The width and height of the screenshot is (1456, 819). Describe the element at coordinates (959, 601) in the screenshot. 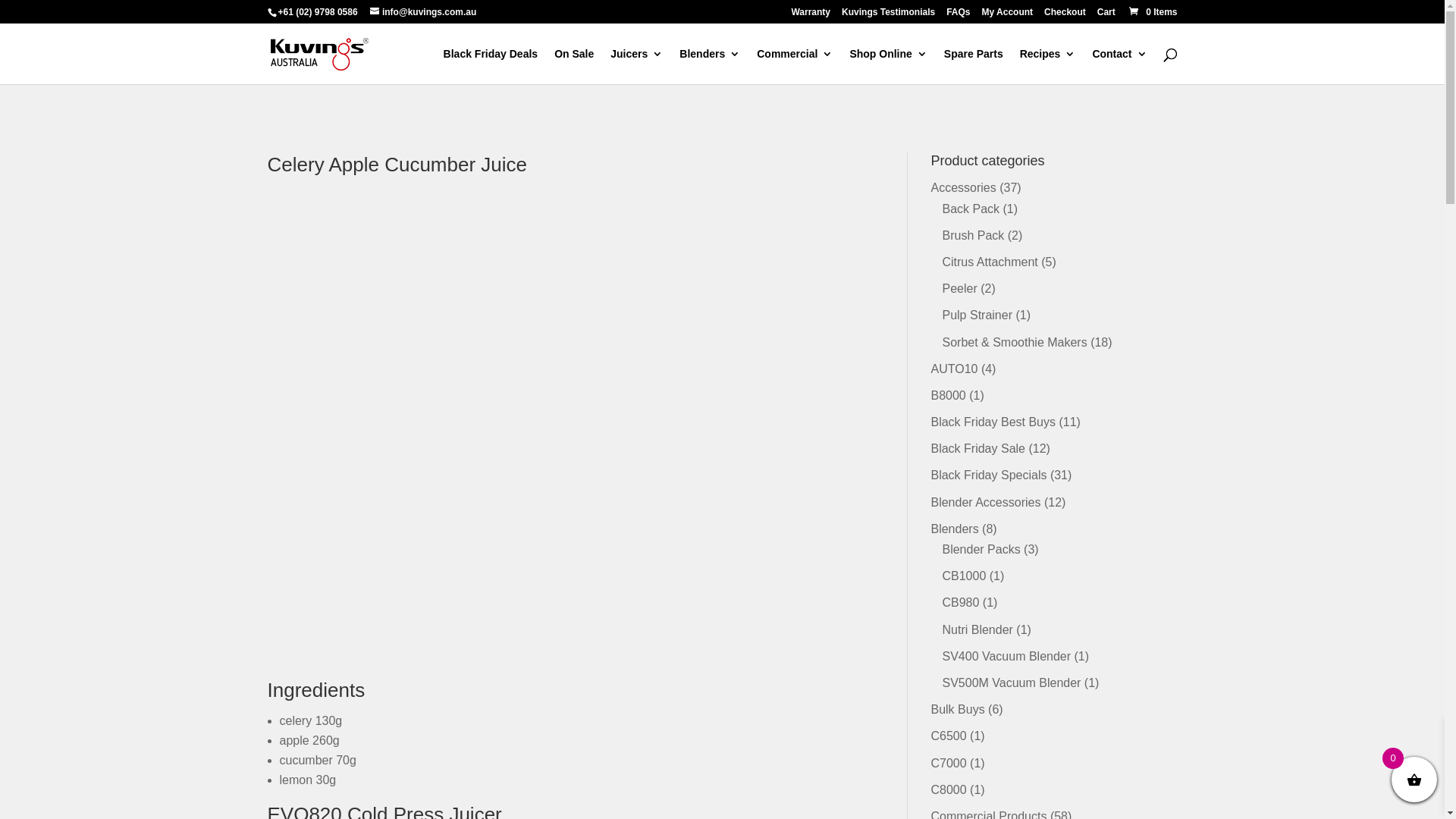

I see `'CB980'` at that location.